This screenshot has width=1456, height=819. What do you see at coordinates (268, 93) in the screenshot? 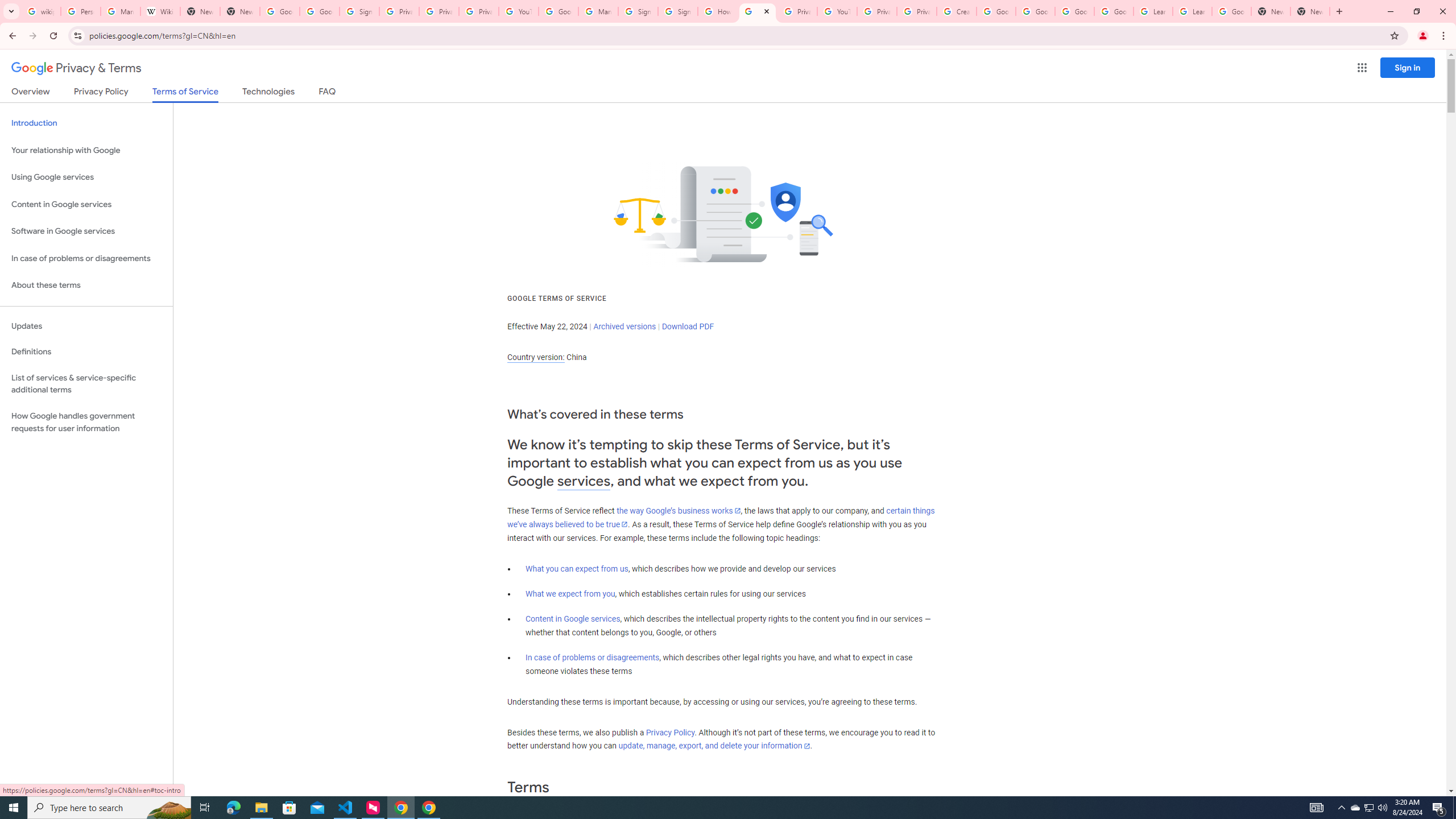
I see `'Technologies'` at bounding box center [268, 93].